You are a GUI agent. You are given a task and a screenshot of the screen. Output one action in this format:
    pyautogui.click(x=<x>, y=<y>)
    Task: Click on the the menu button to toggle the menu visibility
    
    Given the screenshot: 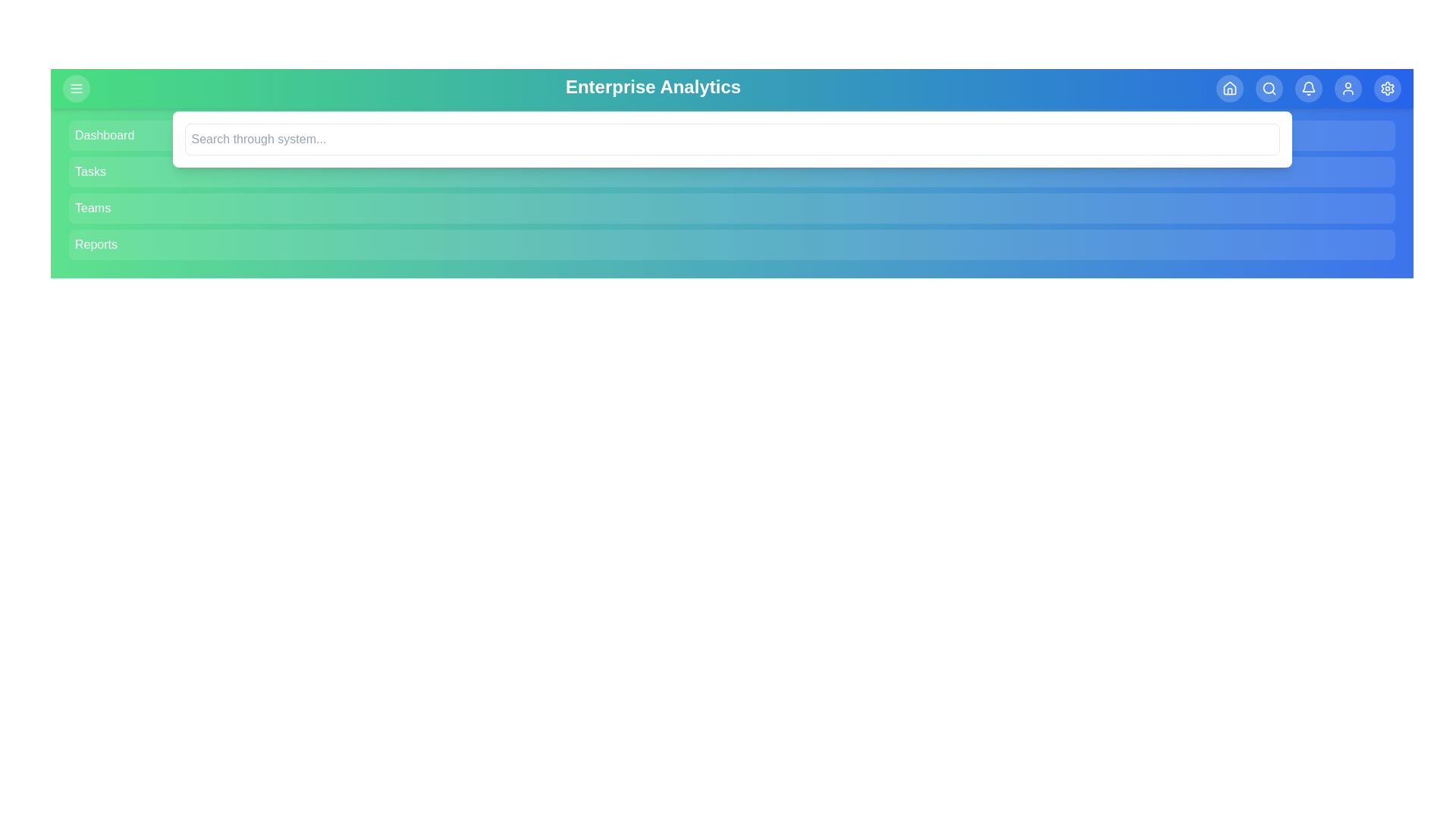 What is the action you would take?
    pyautogui.click(x=75, y=88)
    